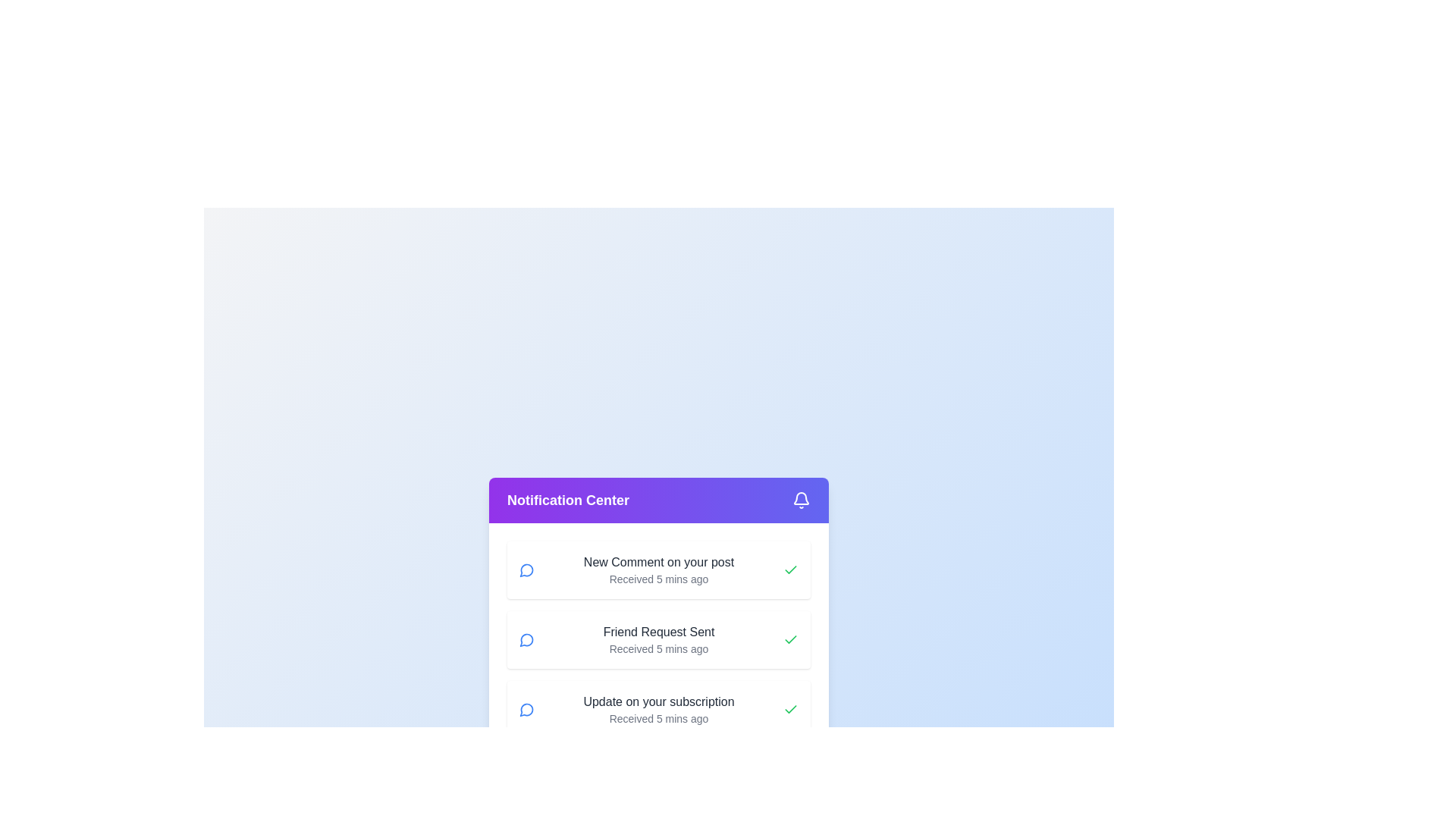  Describe the element at coordinates (789, 710) in the screenshot. I see `the notification indicated by the icon located at the far-right side of the third notification entry titled 'Update on your subscription'` at that location.